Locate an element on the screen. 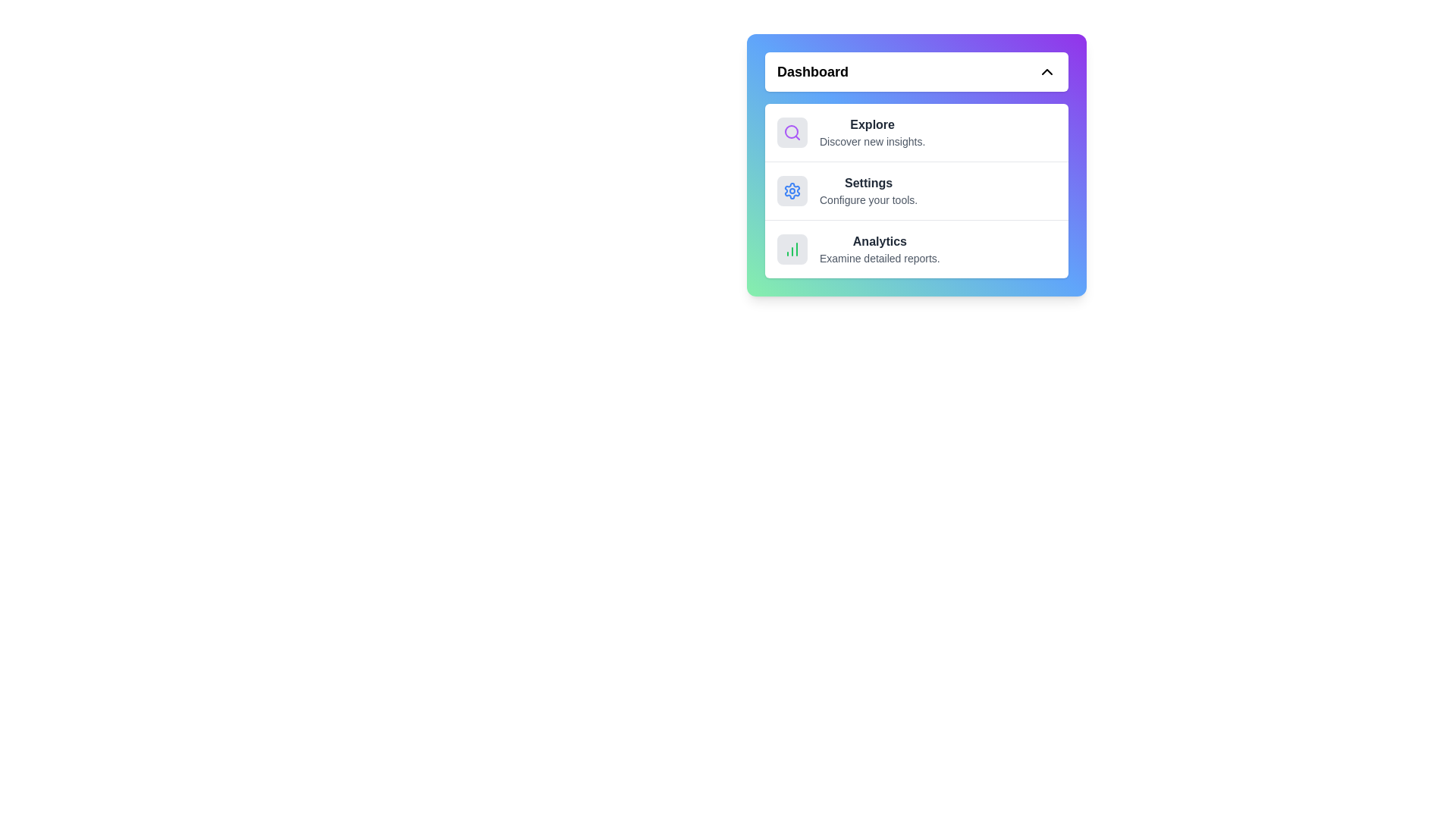 The height and width of the screenshot is (819, 1456). the menu item Analytics to see its hover effect is located at coordinates (916, 247).